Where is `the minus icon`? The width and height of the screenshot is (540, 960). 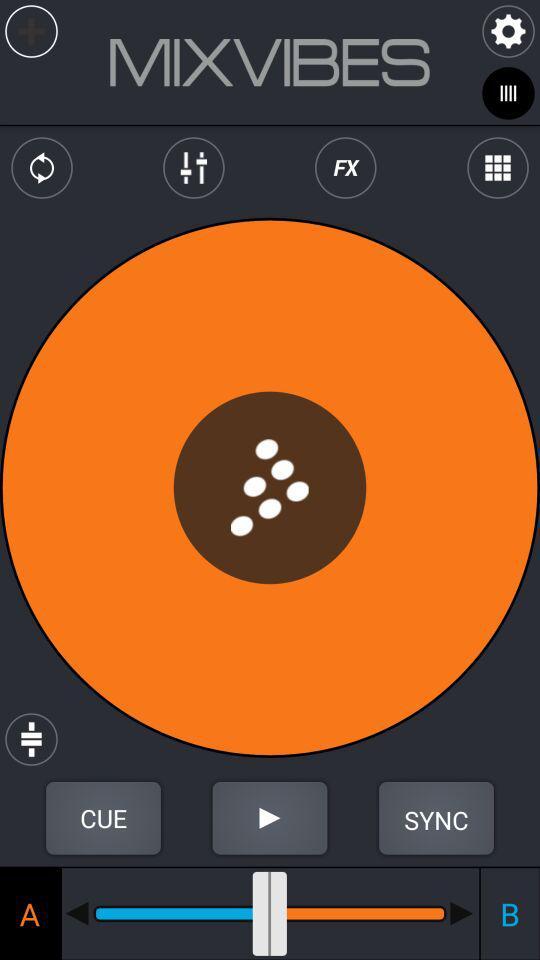
the minus icon is located at coordinates (462, 913).